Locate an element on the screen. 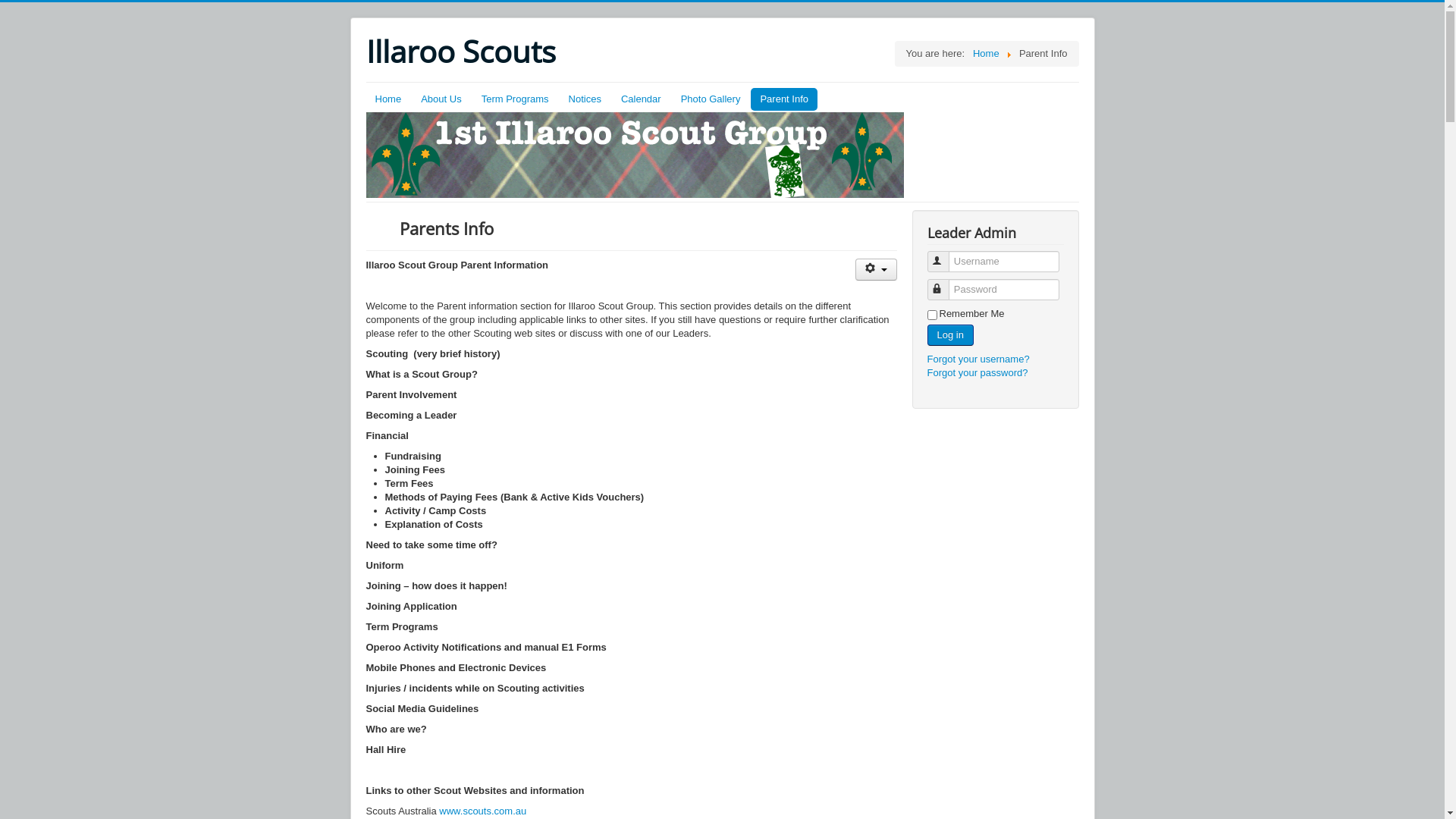  'Log in' is located at coordinates (949, 334).